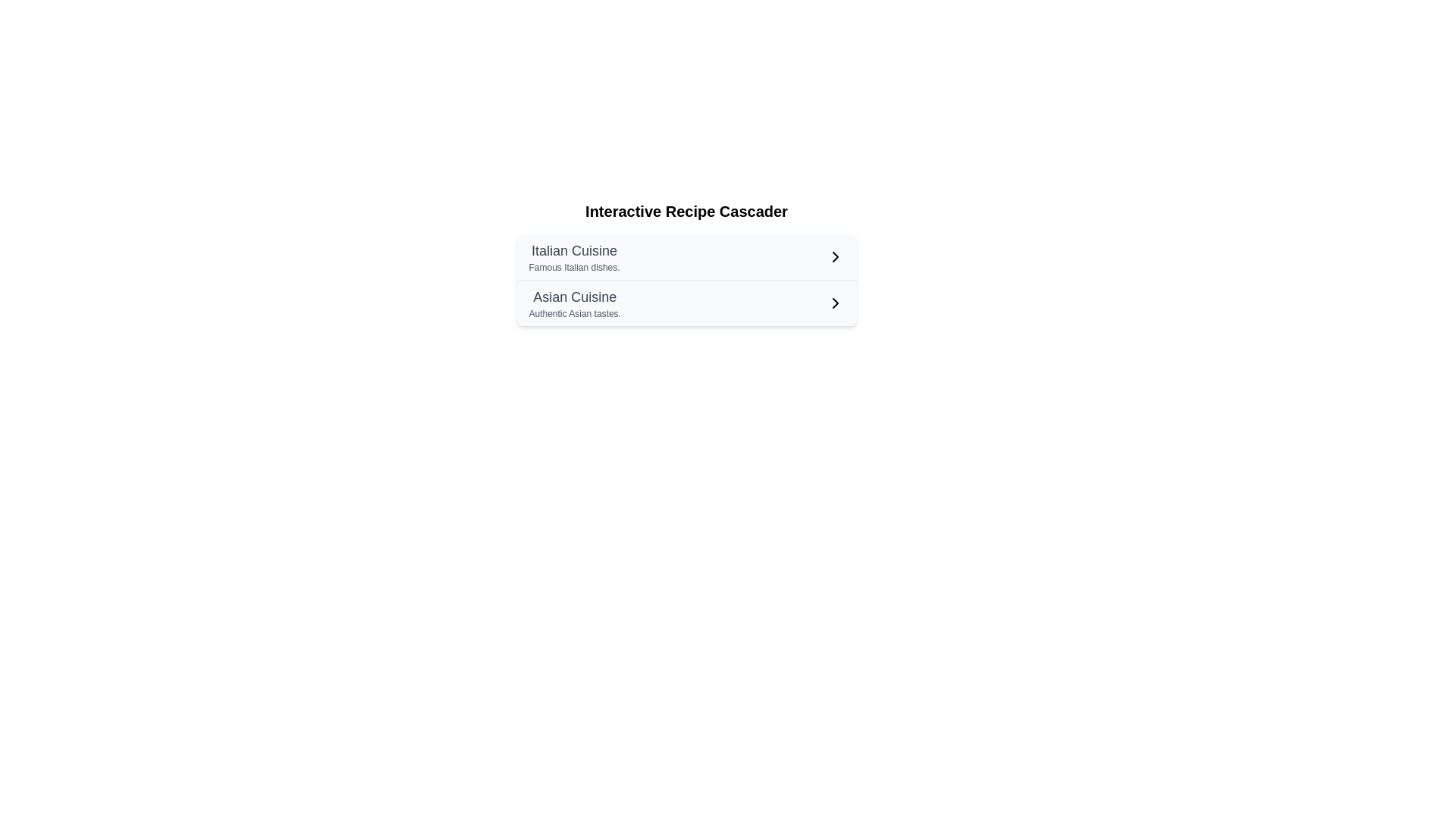 The image size is (1456, 819). Describe the element at coordinates (573, 267) in the screenshot. I see `the descriptive text label that provides additional information about the 'Italian Cuisine' category, located directly below the 'Italian Cuisine' header` at that location.